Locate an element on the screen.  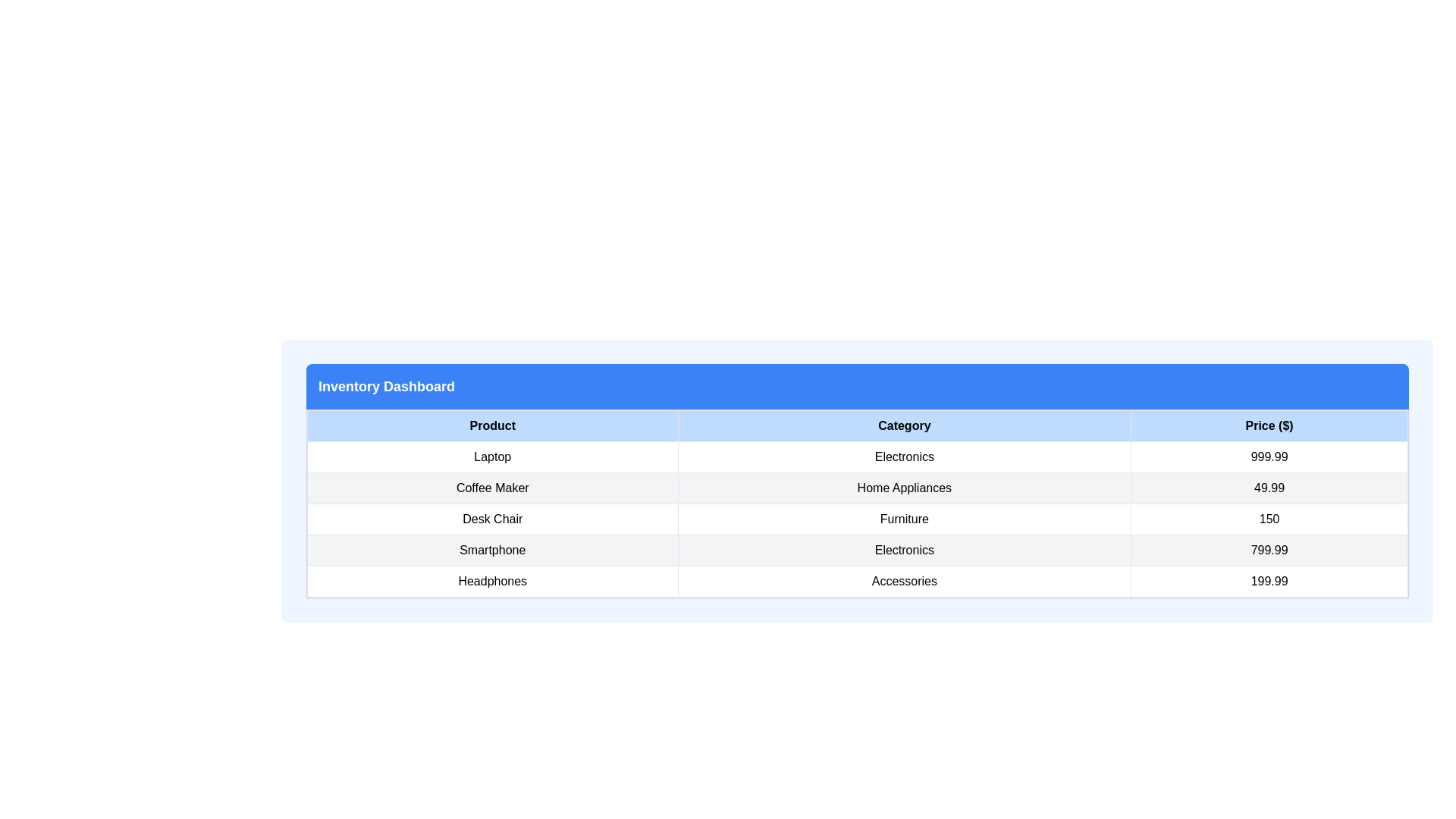
the static text displaying the price of the product labeled 'Smartphone' in the table under the 'Price ($)' column is located at coordinates (1269, 550).